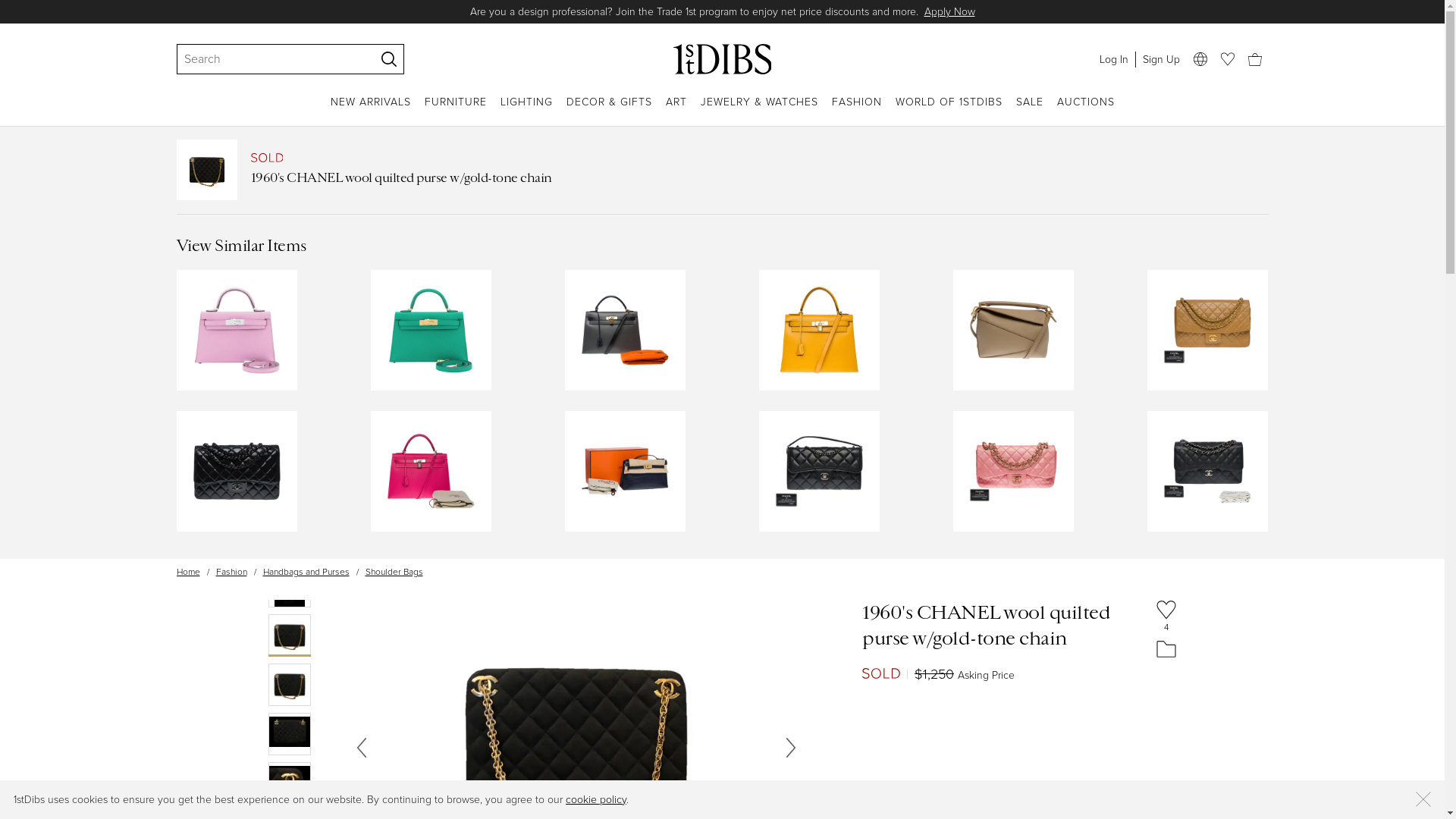  I want to click on 'Handbags and Purses', so click(305, 572).